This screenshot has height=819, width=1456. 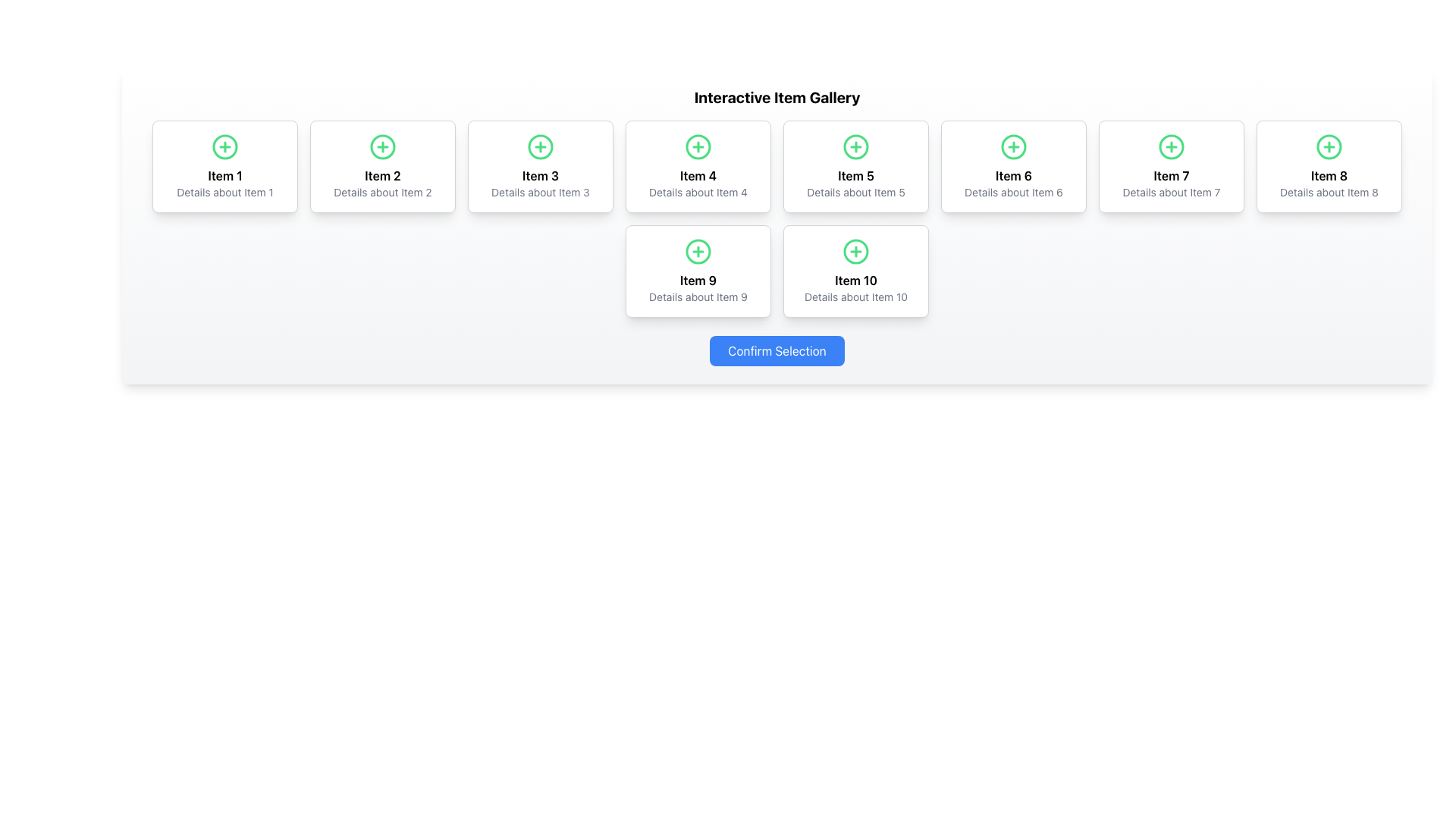 I want to click on the SVG circle element with a green border, part of the plus sign symbol in the seventh item of the gallery, so click(x=1171, y=146).